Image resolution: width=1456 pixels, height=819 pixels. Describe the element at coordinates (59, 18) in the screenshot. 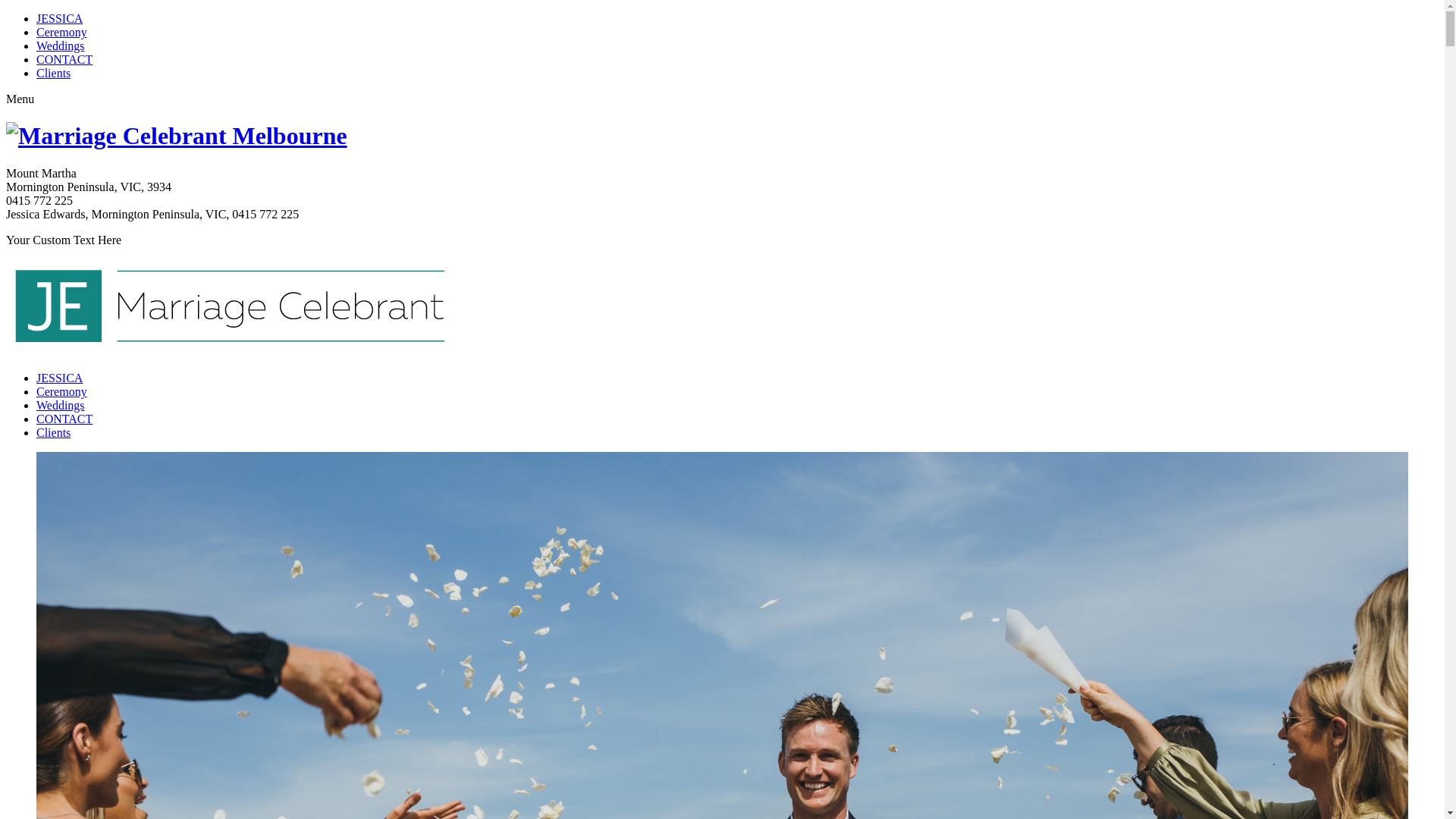

I see `'JESSICA'` at that location.